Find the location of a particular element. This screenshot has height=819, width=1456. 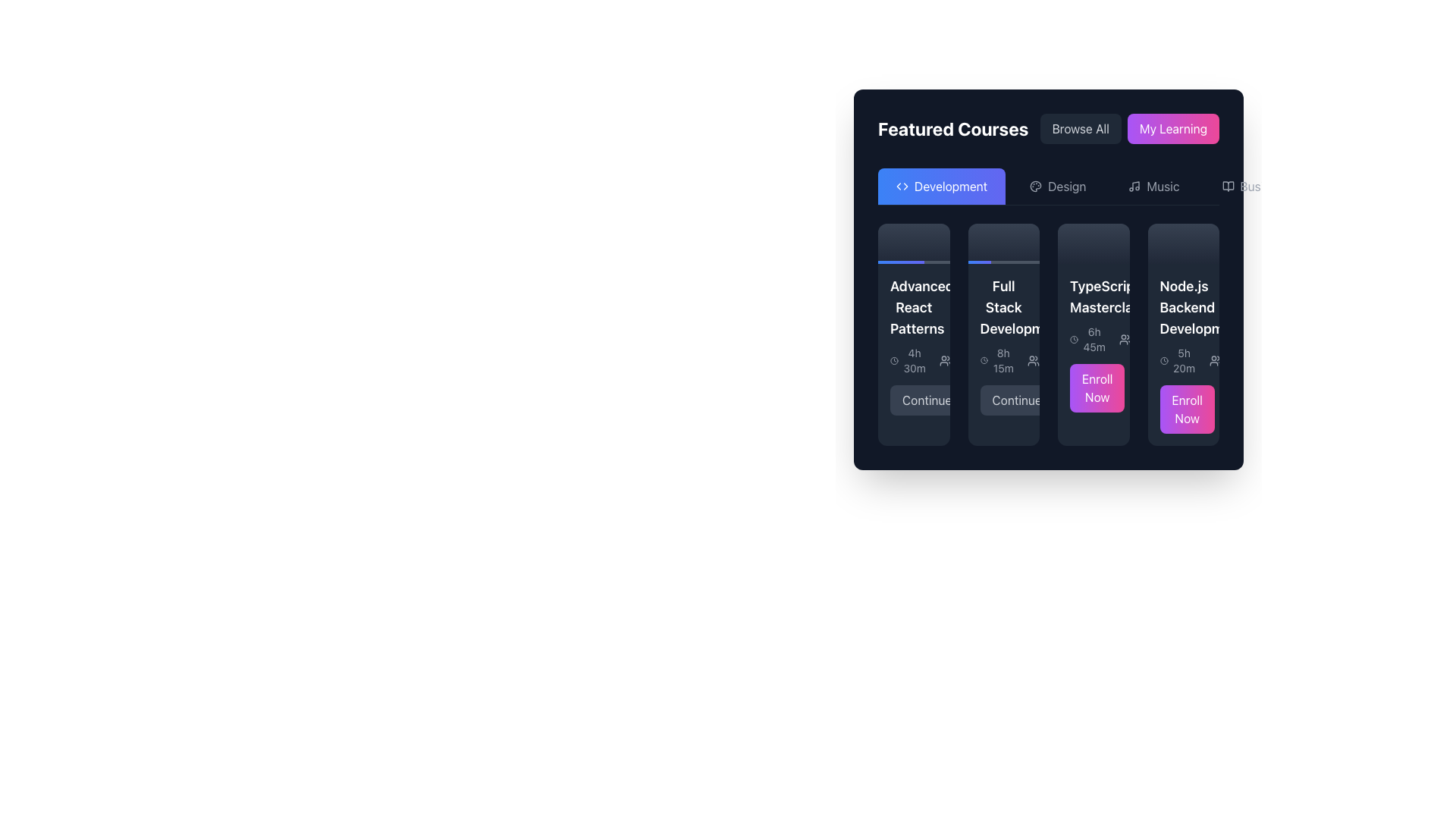

the progress or indicator bar located at the bottom of the 'Development' card, which spans 32% of the width and is positioned toward the left is located at coordinates (979, 262).